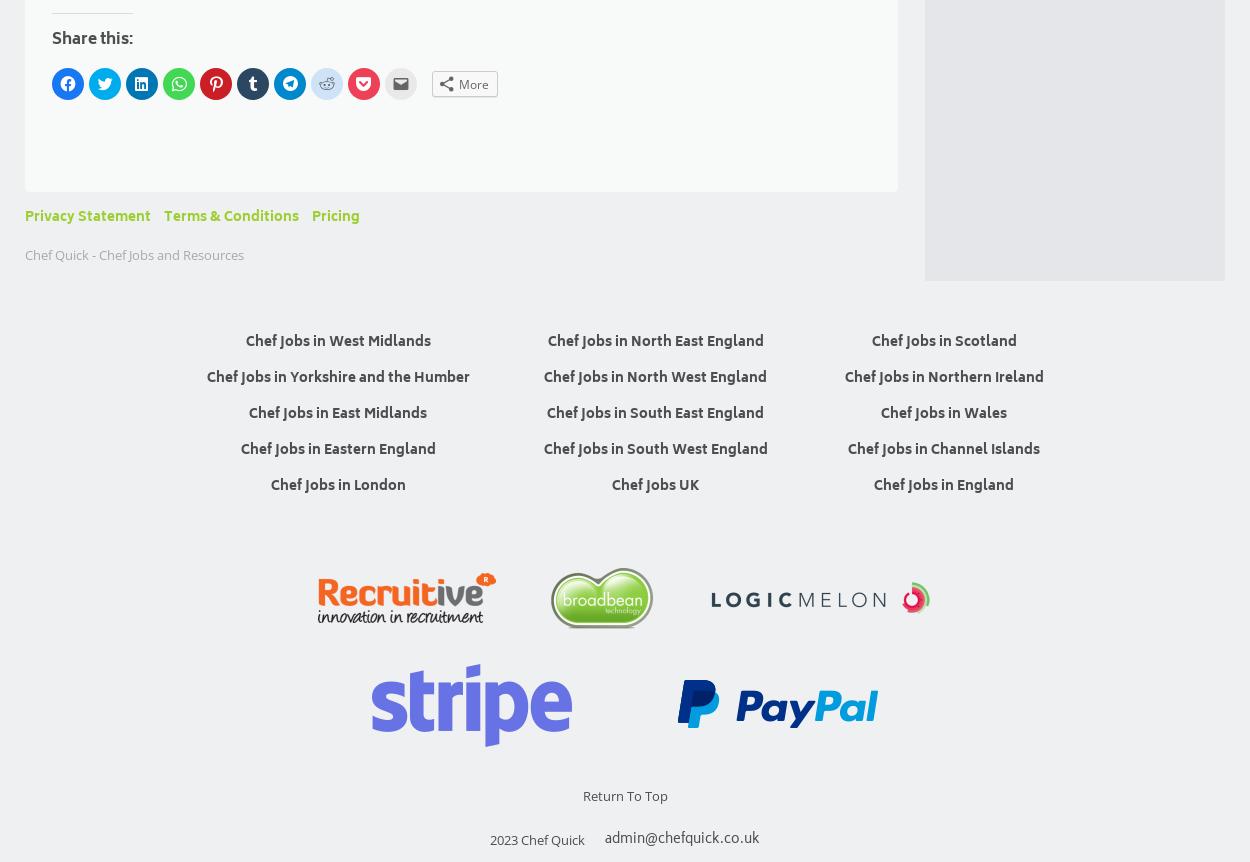  What do you see at coordinates (336, 450) in the screenshot?
I see `'Chef Jobs in Eastern England'` at bounding box center [336, 450].